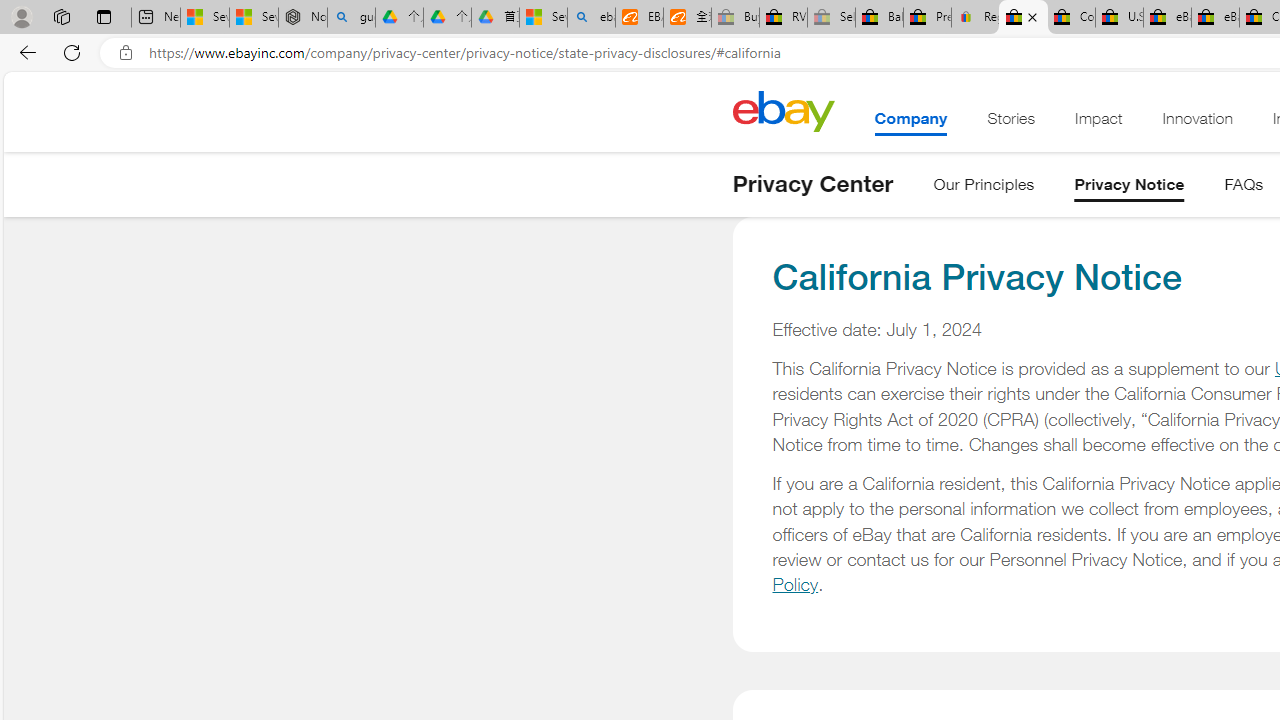 The image size is (1280, 720). Describe the element at coordinates (926, 17) in the screenshot. I see `'Press Room - eBay Inc.'` at that location.